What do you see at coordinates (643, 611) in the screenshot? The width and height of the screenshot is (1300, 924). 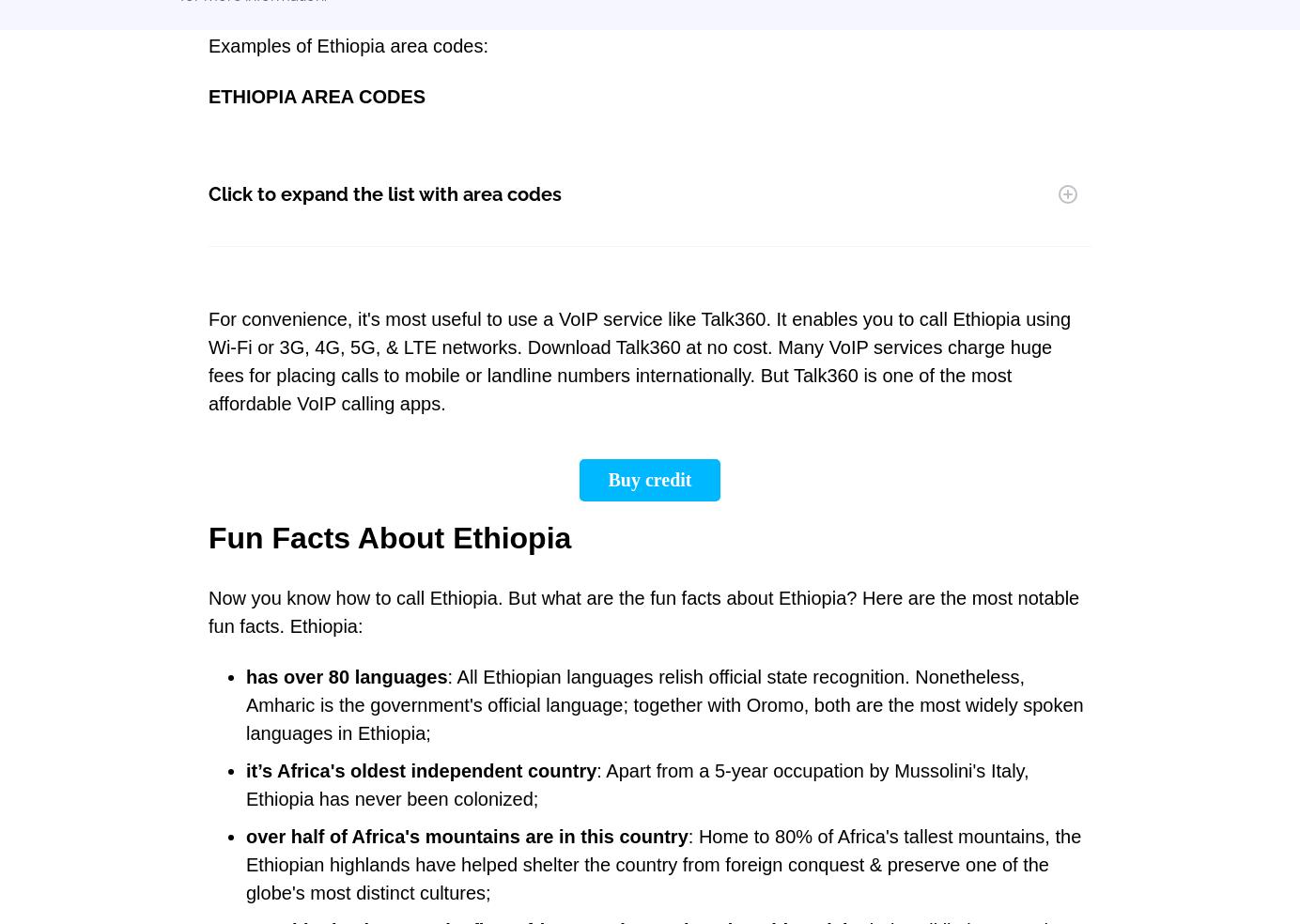 I see `'Now you know how to call Ethiopia. But what are the fun facts about Ethiopia? Here are the most notable fun facts. Ethiopia:'` at bounding box center [643, 611].